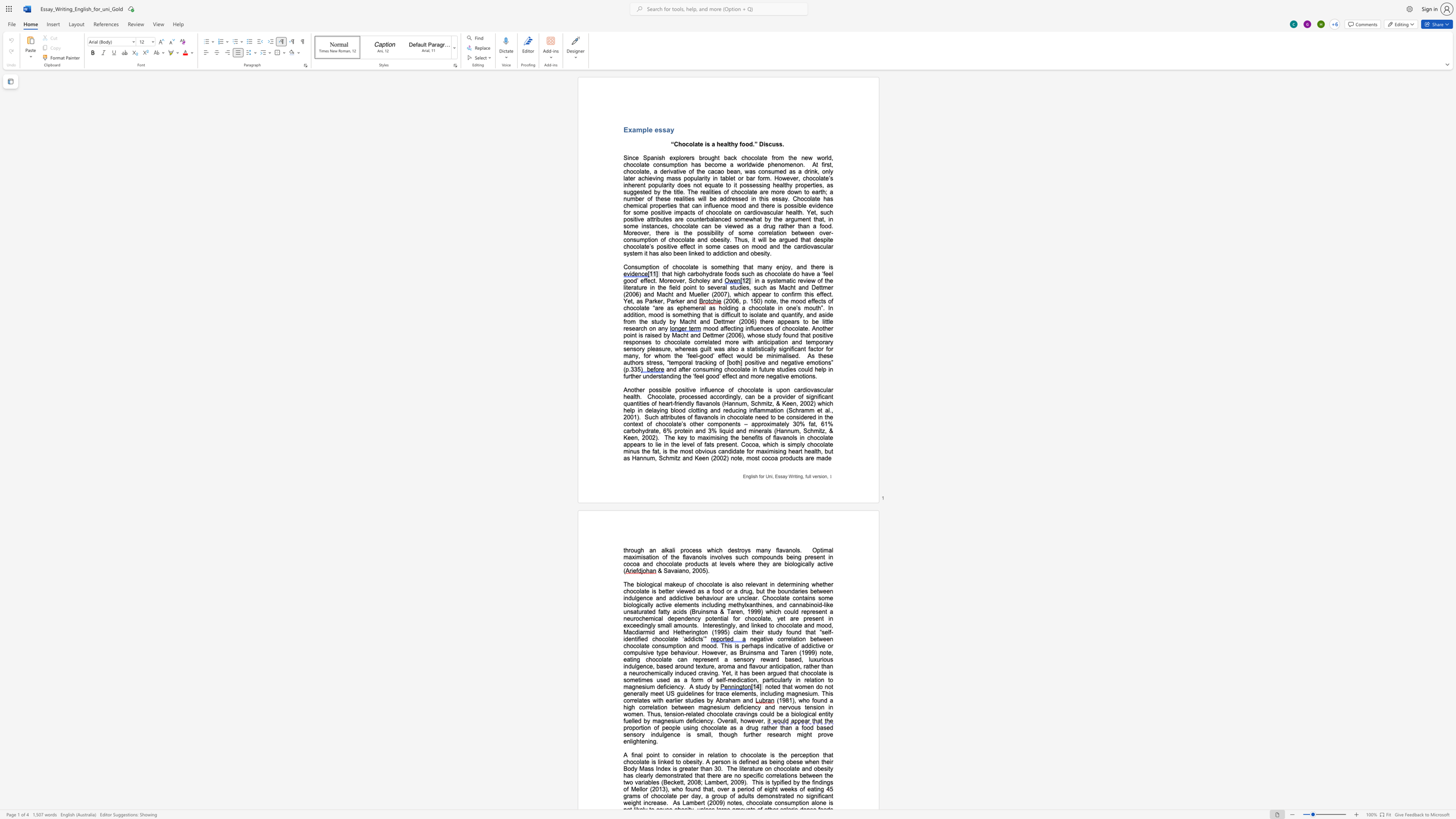 This screenshot has height=819, width=1456. I want to click on the space between the continuous character "g" and "e" in the text, so click(626, 693).